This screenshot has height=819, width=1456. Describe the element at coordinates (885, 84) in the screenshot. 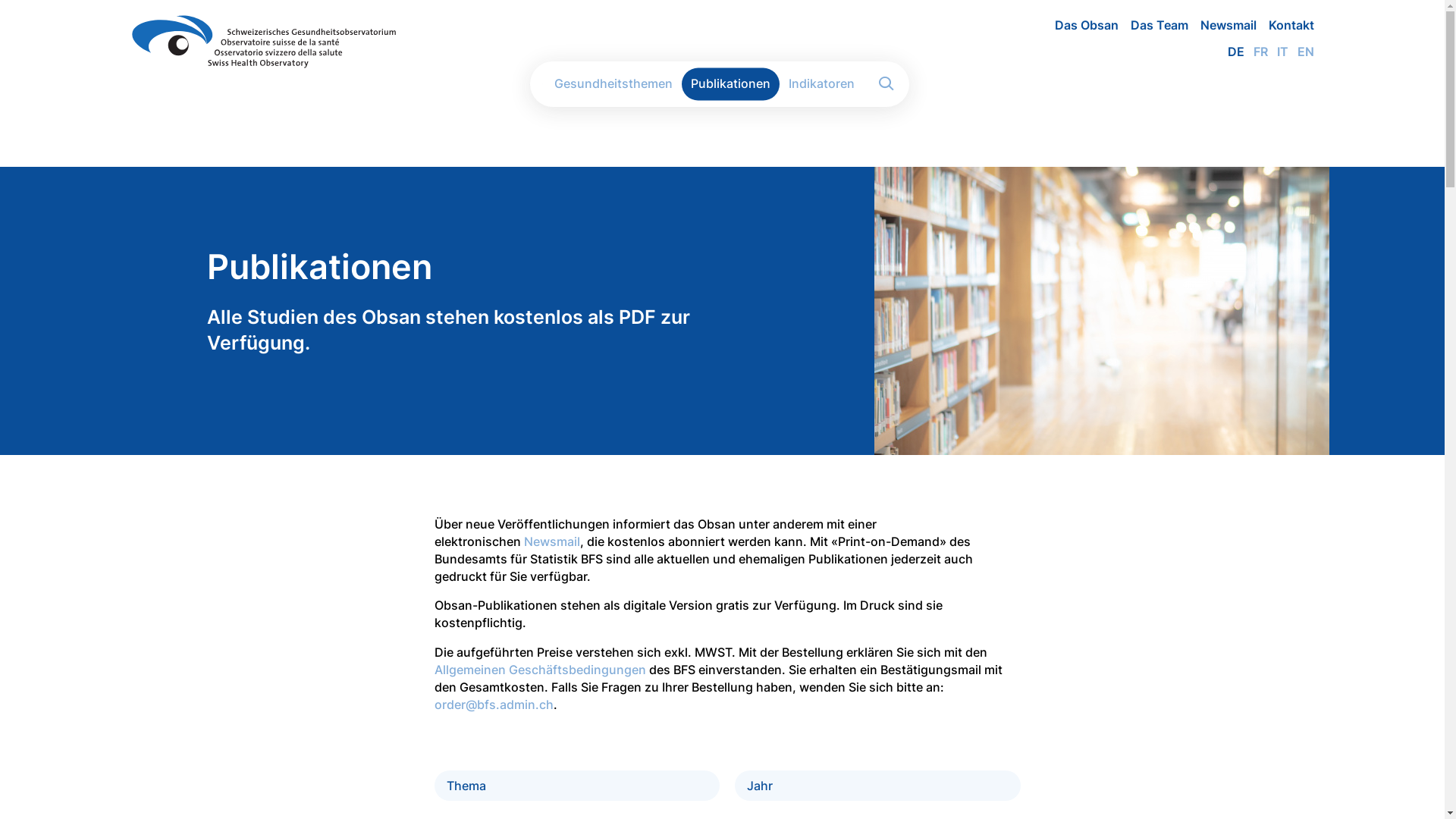

I see `'Apply'` at that location.